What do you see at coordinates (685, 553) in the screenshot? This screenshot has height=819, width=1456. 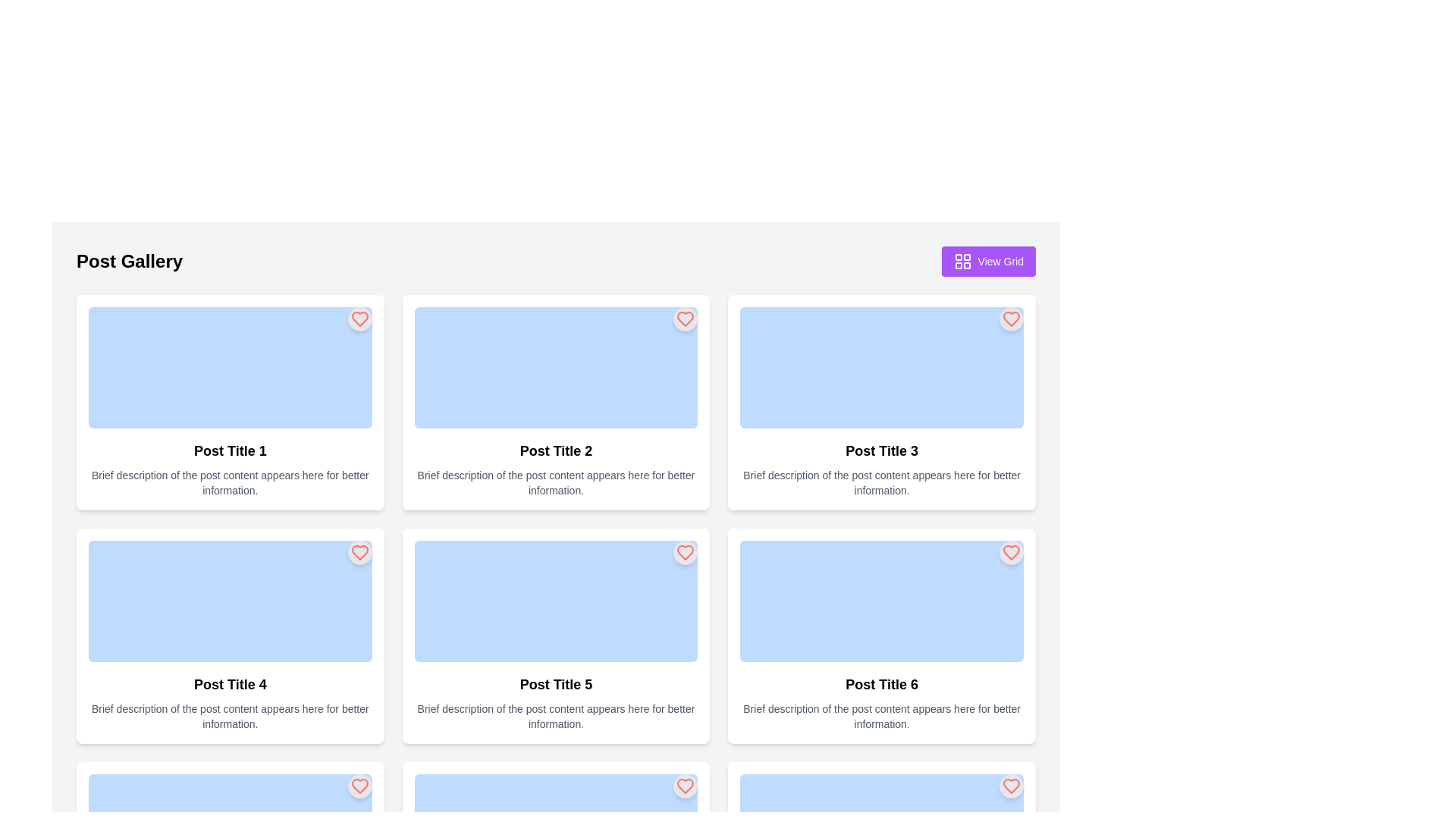 I see `the 'like' or 'favorite' button located in the top-right corner of the post card labeled 'Post Title 5'` at bounding box center [685, 553].